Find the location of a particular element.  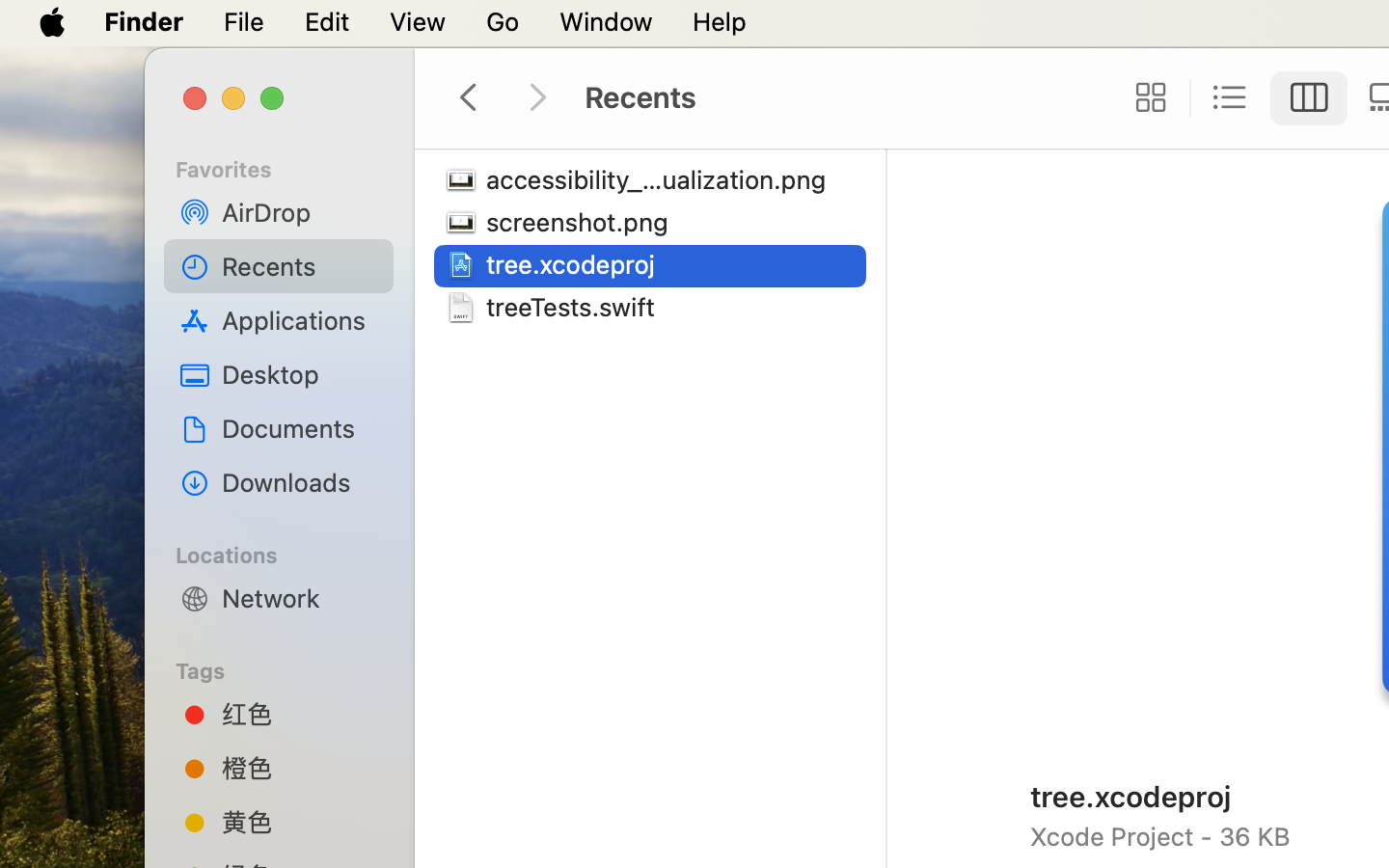

'橙色' is located at coordinates (300, 767).